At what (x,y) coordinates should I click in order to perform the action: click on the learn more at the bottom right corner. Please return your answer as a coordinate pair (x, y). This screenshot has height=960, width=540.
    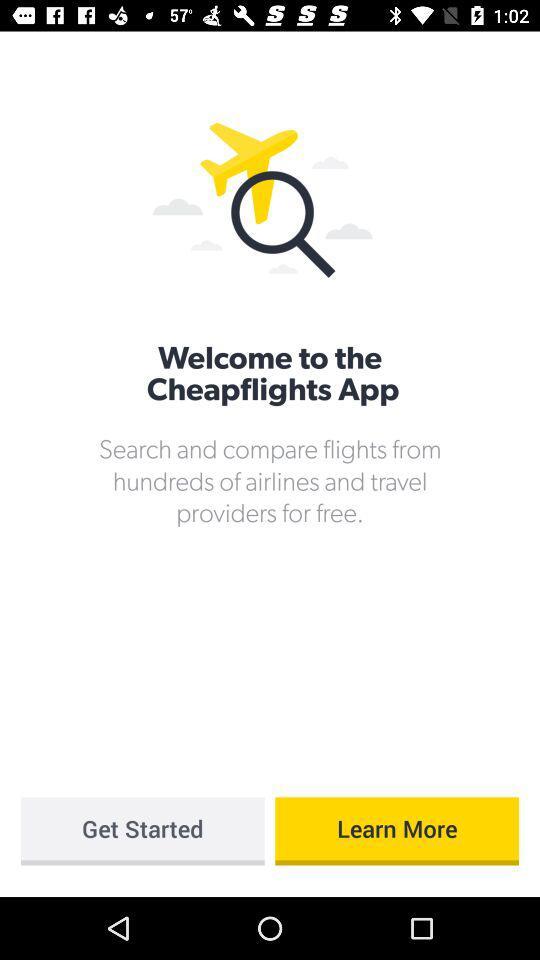
    Looking at the image, I should click on (397, 831).